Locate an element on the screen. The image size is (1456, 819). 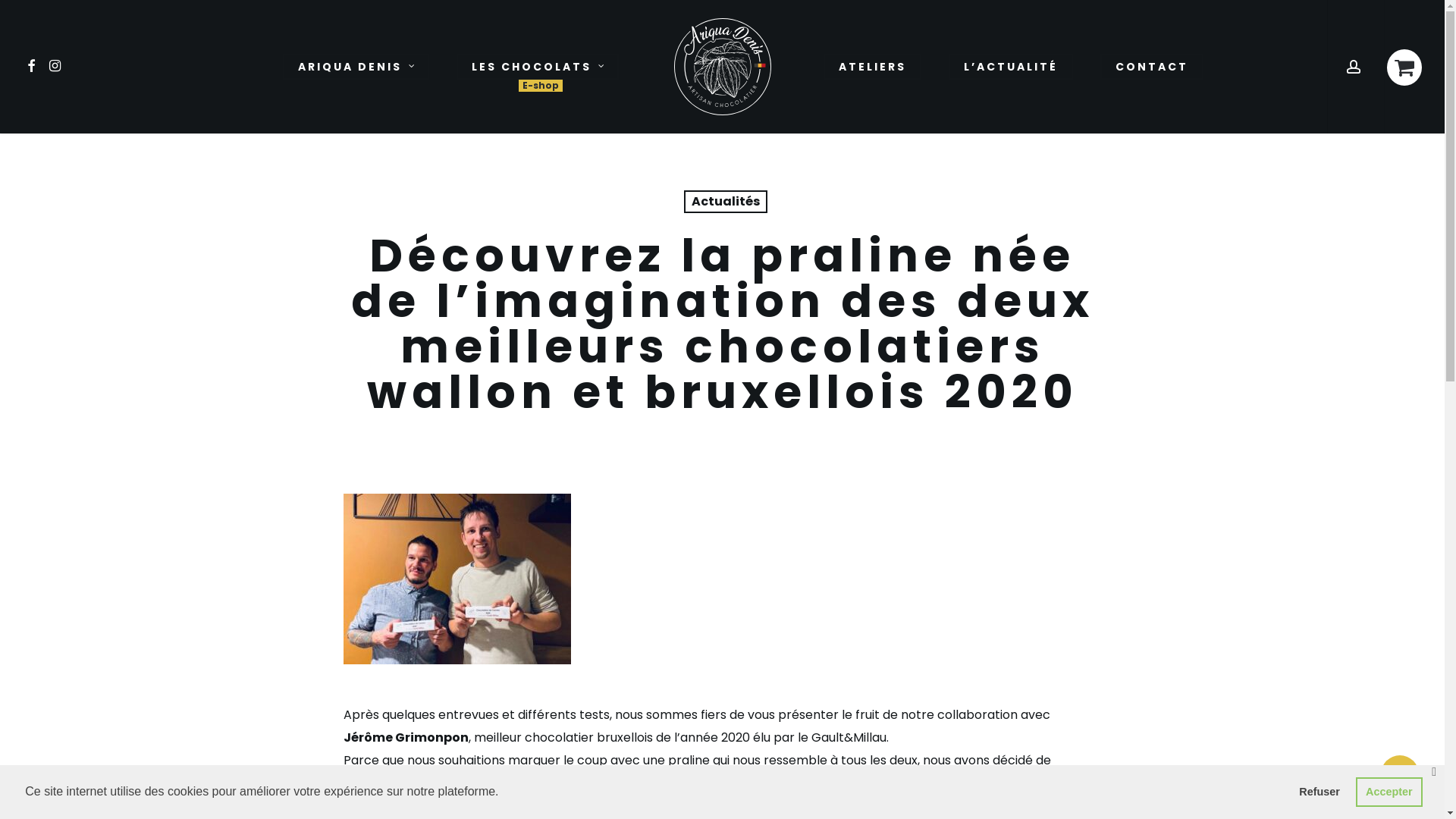
'Refuser' is located at coordinates (1288, 791).